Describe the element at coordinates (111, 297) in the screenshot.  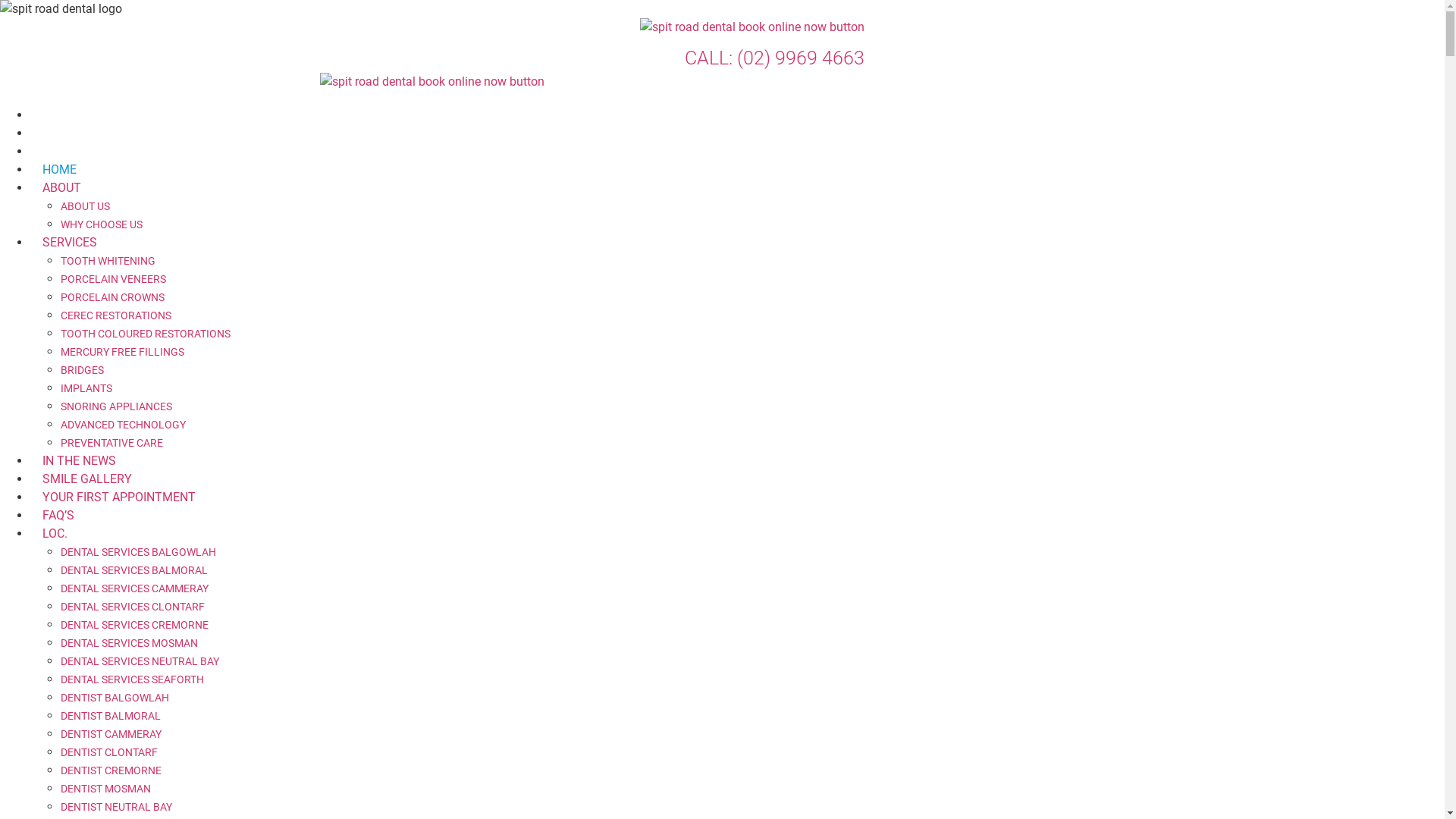
I see `'PORCELAIN CROWNS'` at that location.